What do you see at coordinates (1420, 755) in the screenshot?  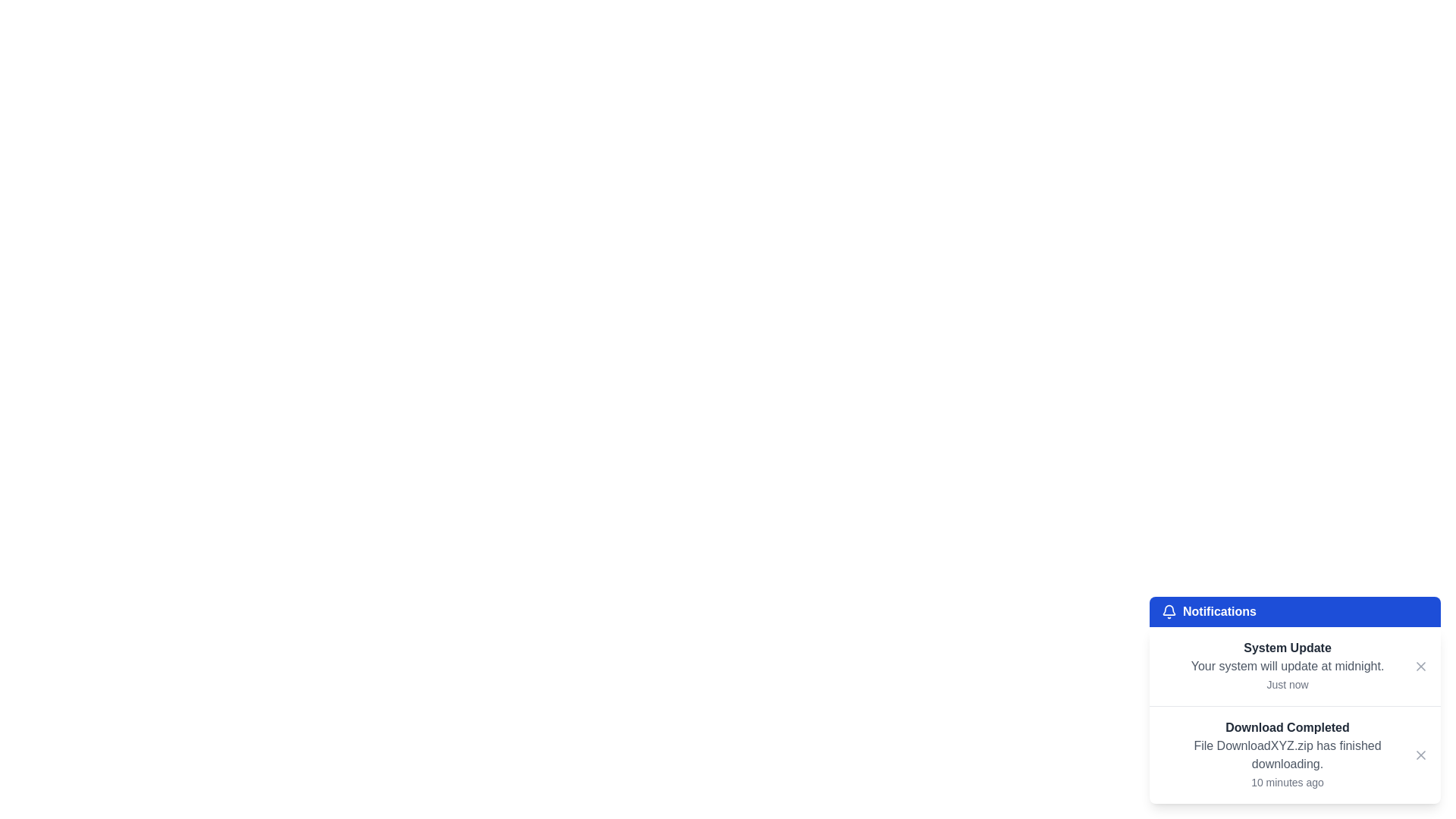 I see `the Close button icon located at the bottom-right corner of the notification area` at bounding box center [1420, 755].